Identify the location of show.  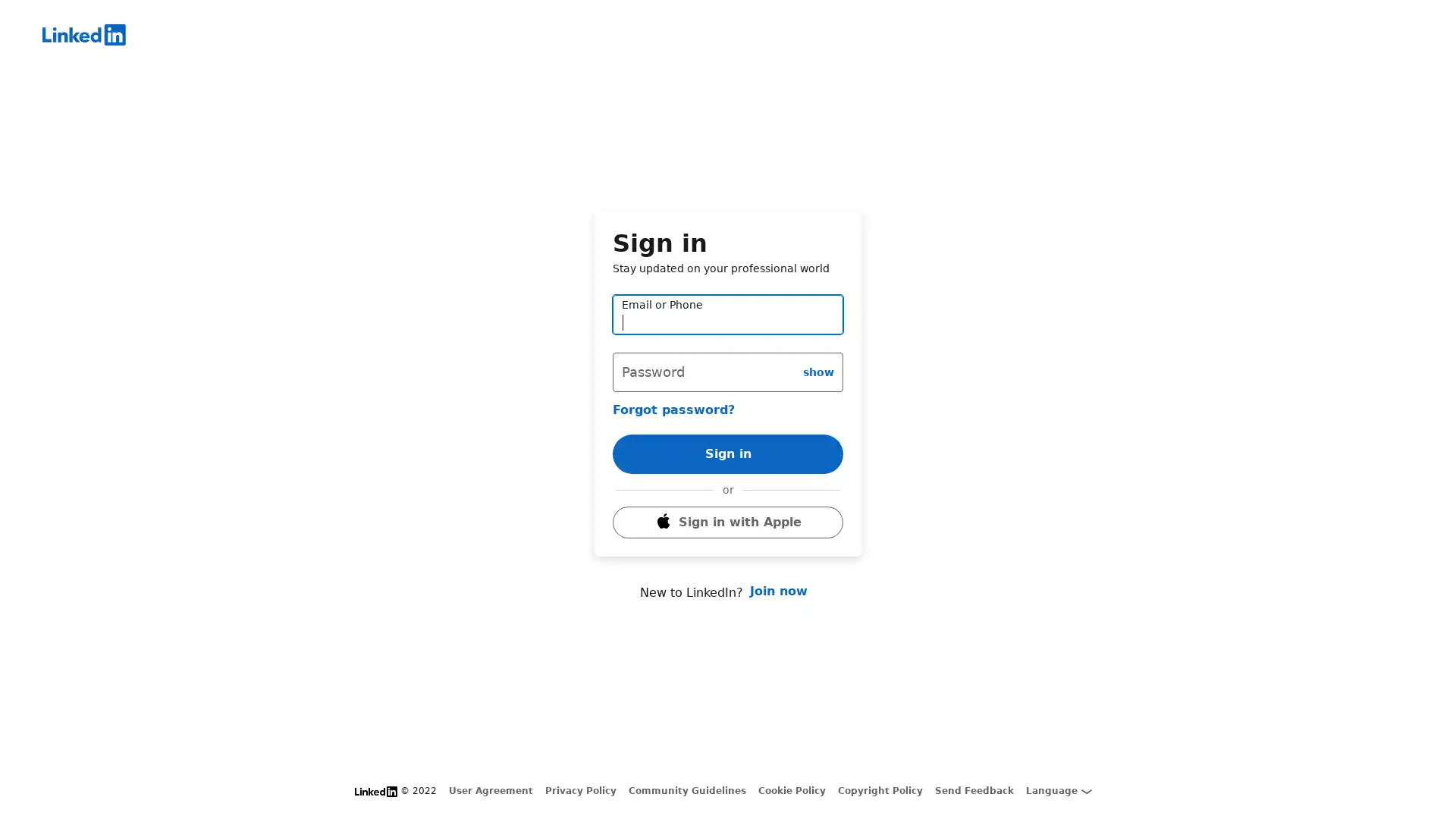
(817, 350).